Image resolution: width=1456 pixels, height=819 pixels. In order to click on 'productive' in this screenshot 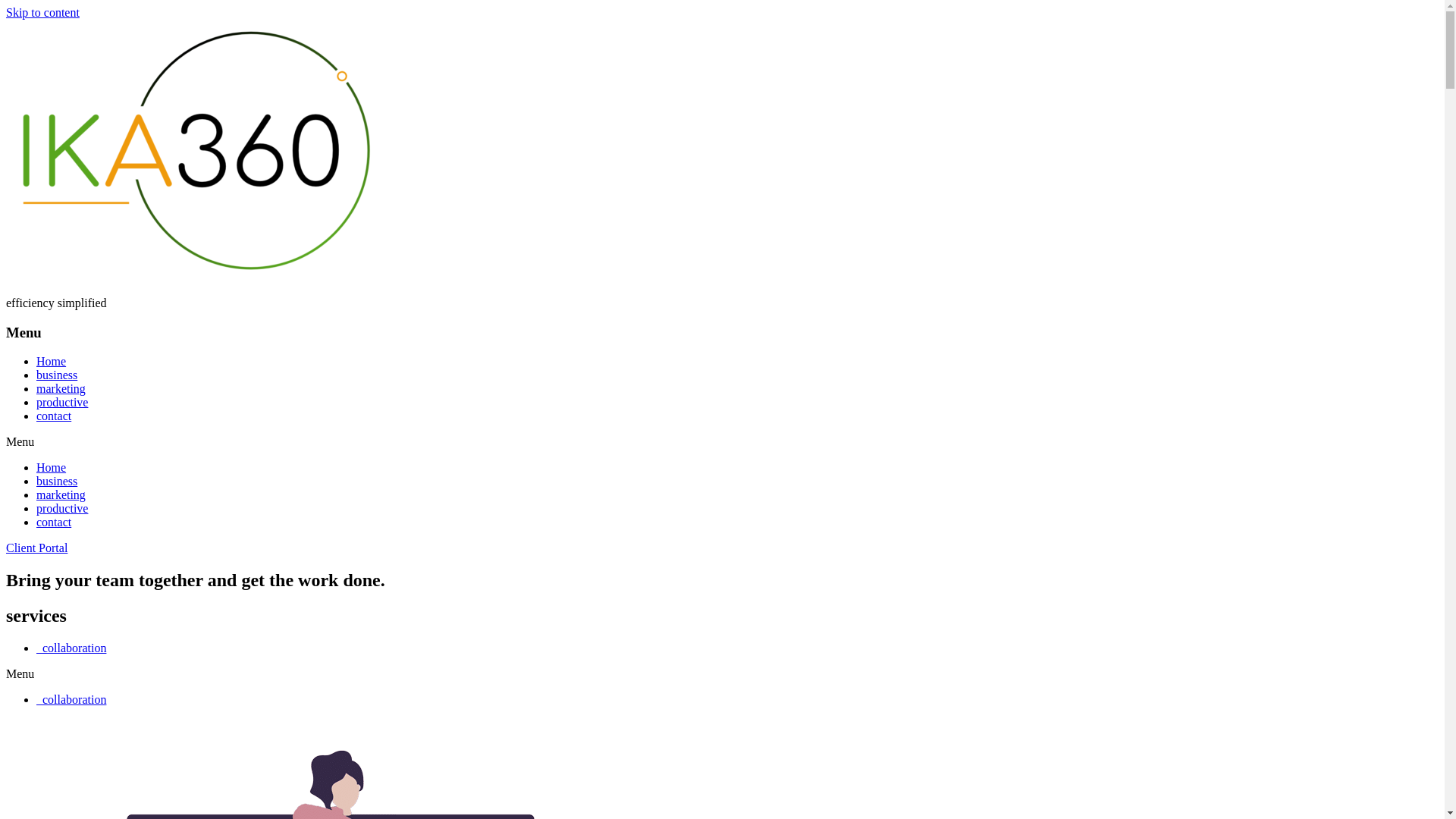, I will do `click(36, 401)`.